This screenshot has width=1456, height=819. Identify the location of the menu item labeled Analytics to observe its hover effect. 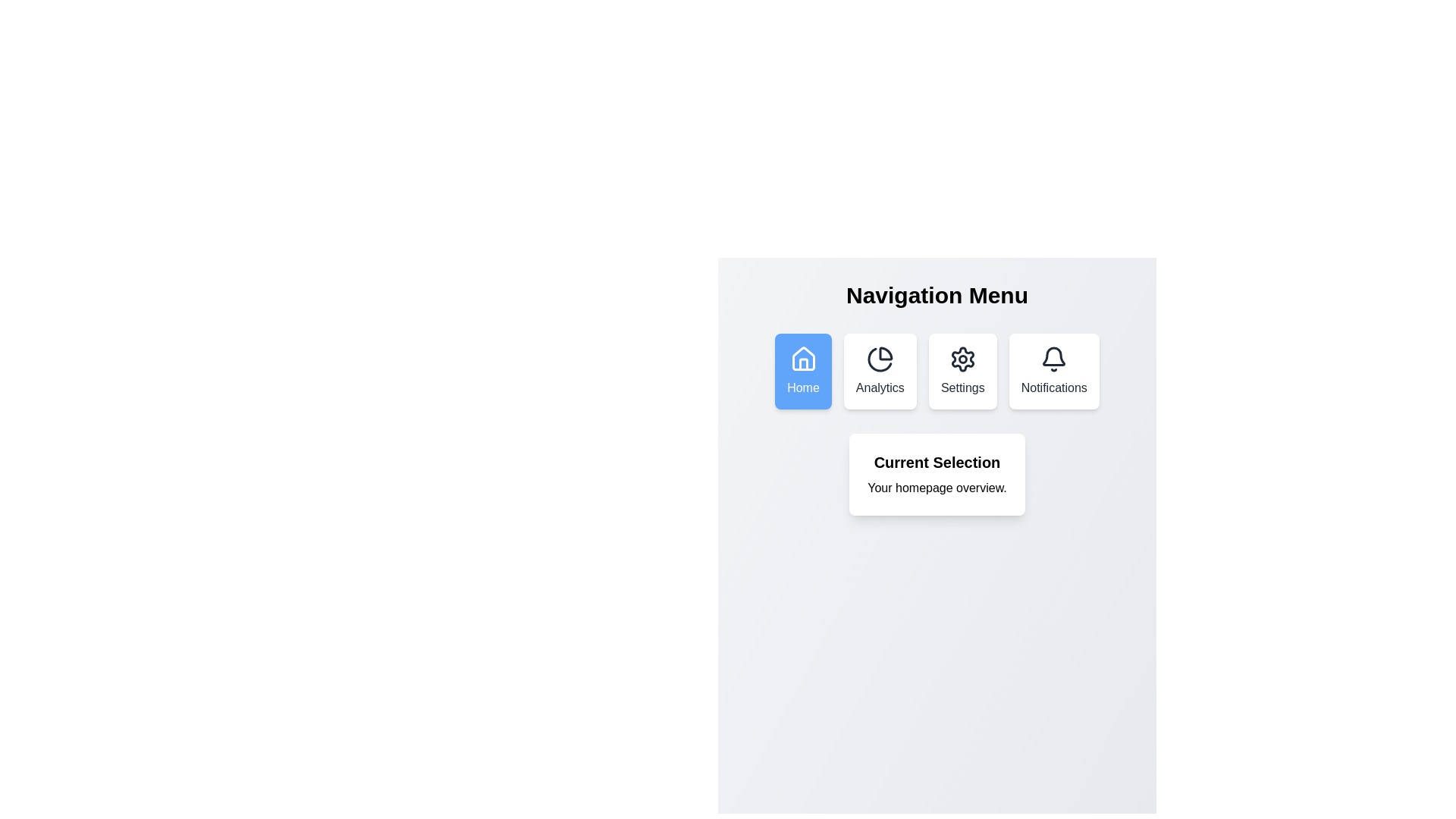
(880, 371).